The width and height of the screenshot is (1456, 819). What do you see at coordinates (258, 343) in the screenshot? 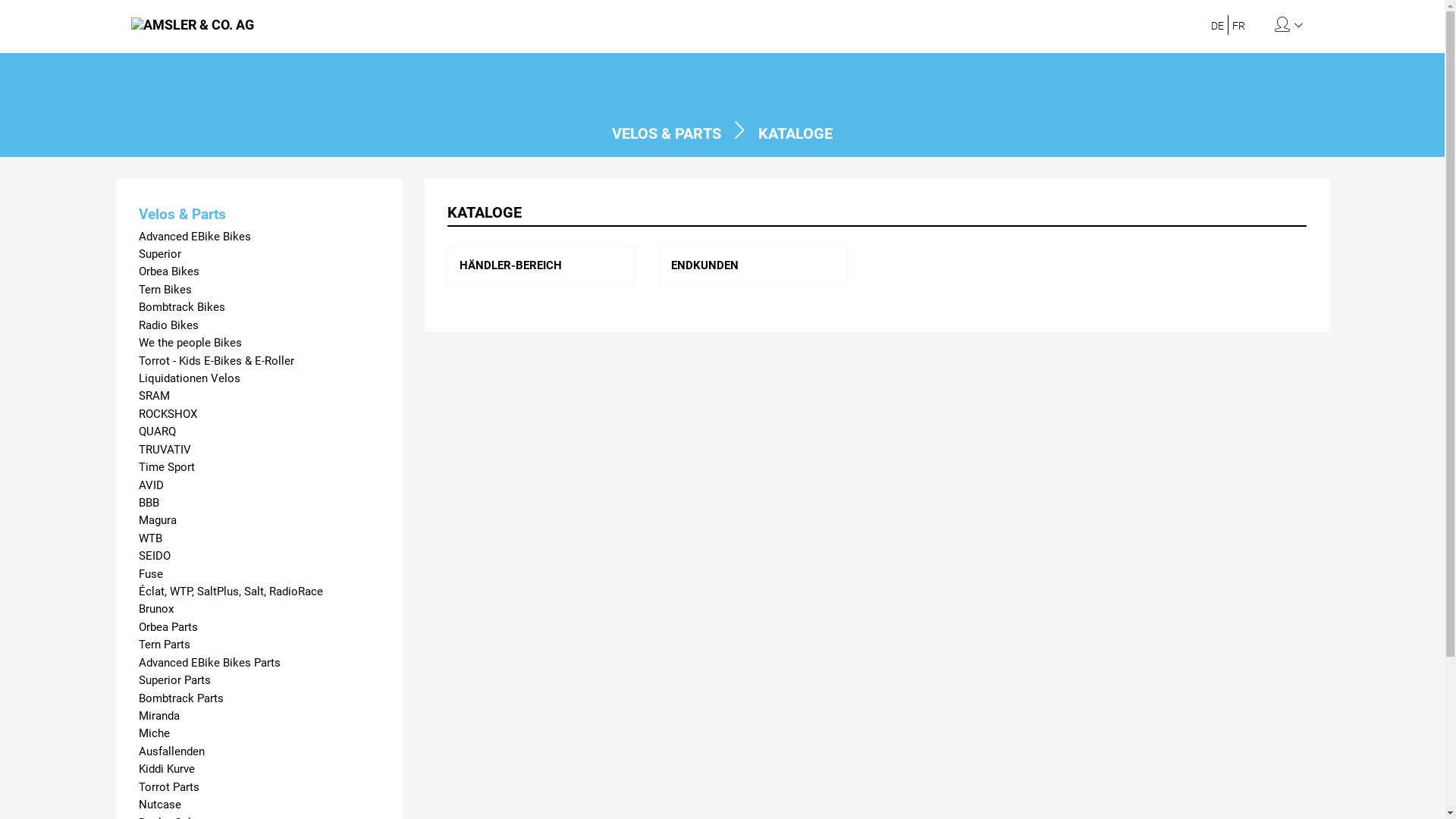
I see `'We the people Bikes'` at bounding box center [258, 343].